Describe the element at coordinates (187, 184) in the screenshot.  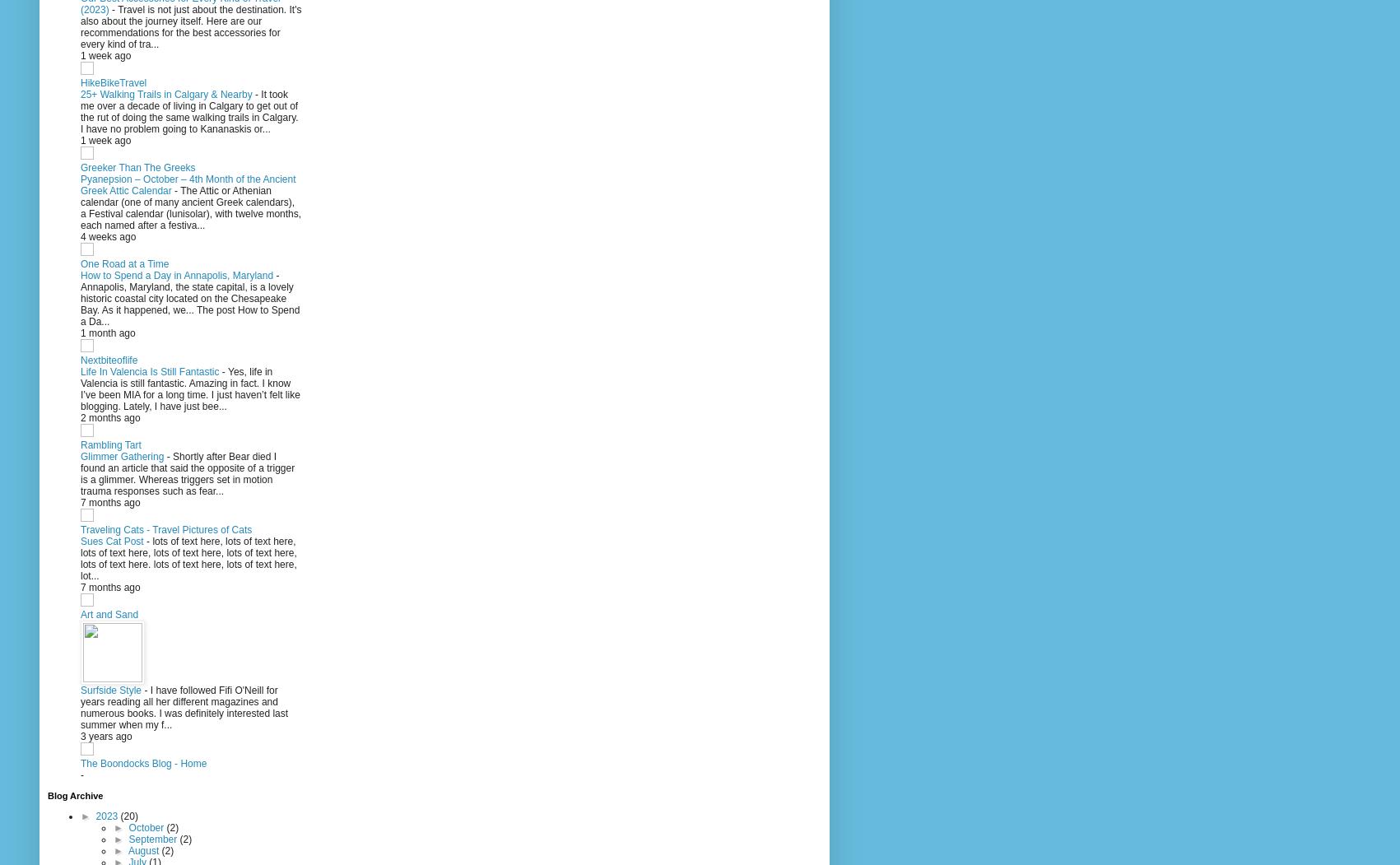
I see `'Pyanepsion – October – 4th Month of the Ancient Greek Attic Calendar'` at that location.